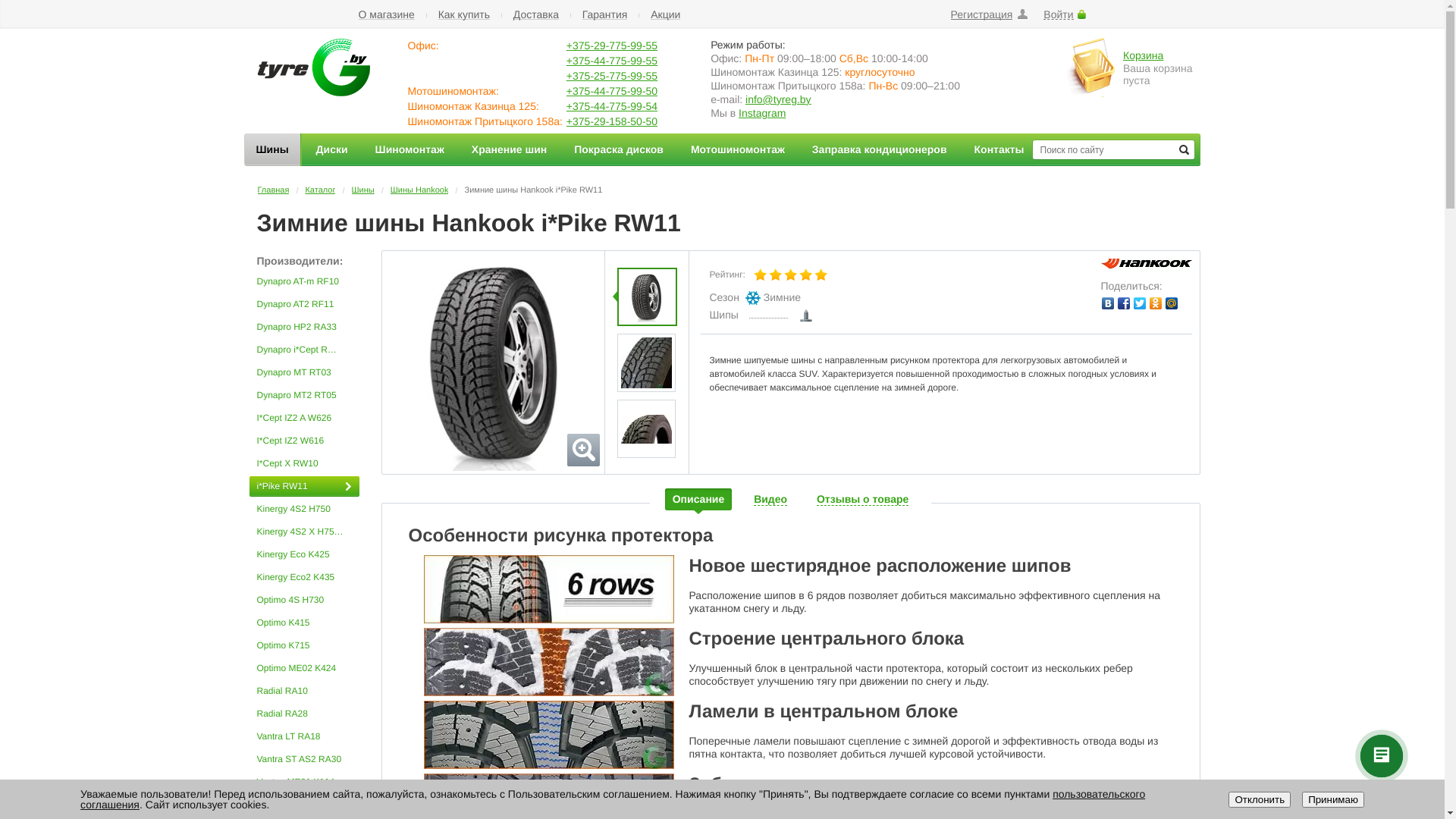 The width and height of the screenshot is (1456, 819). What do you see at coordinates (1139, 303) in the screenshot?
I see `'Twitter'` at bounding box center [1139, 303].